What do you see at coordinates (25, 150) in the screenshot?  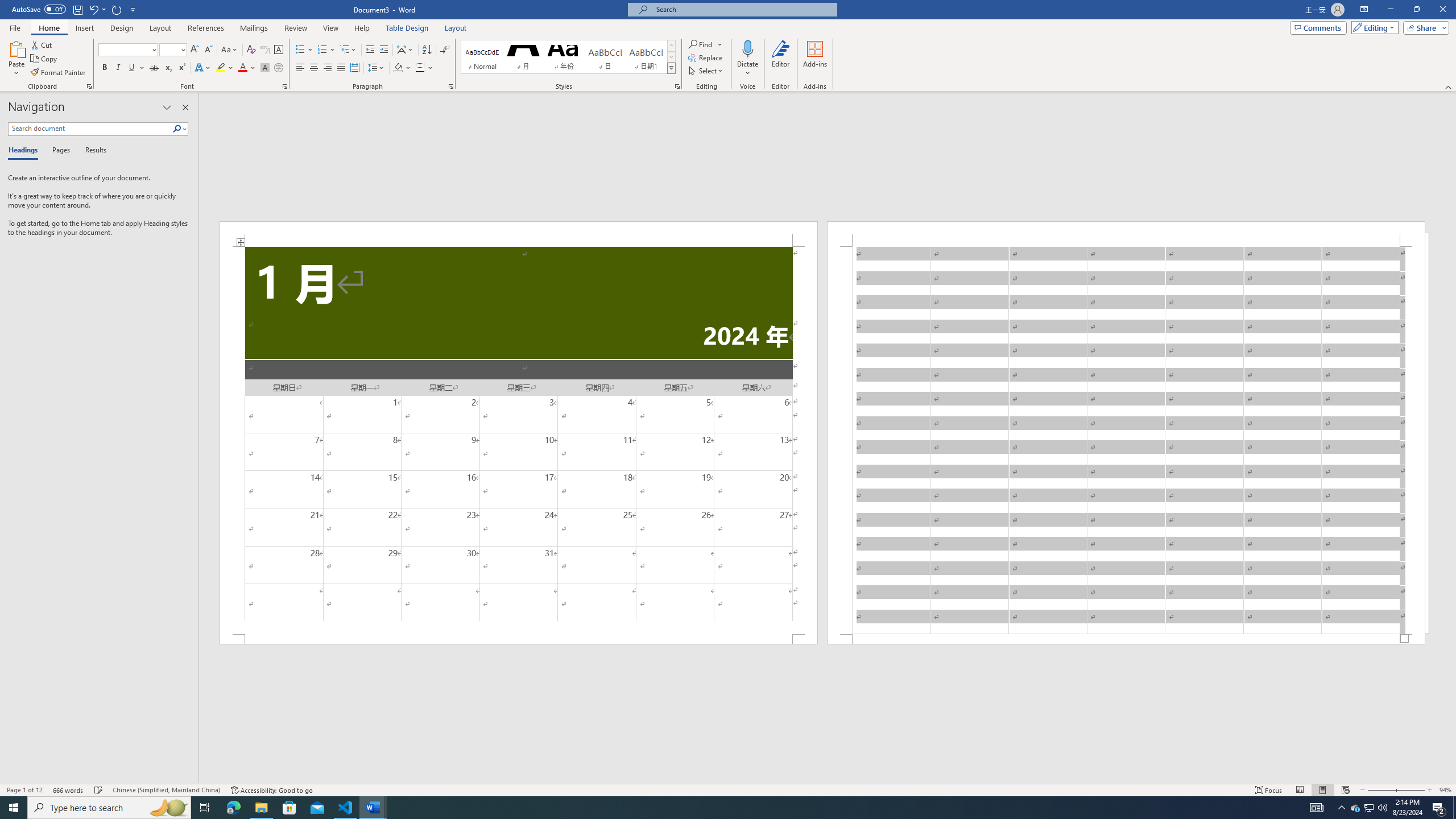 I see `'Headings'` at bounding box center [25, 150].